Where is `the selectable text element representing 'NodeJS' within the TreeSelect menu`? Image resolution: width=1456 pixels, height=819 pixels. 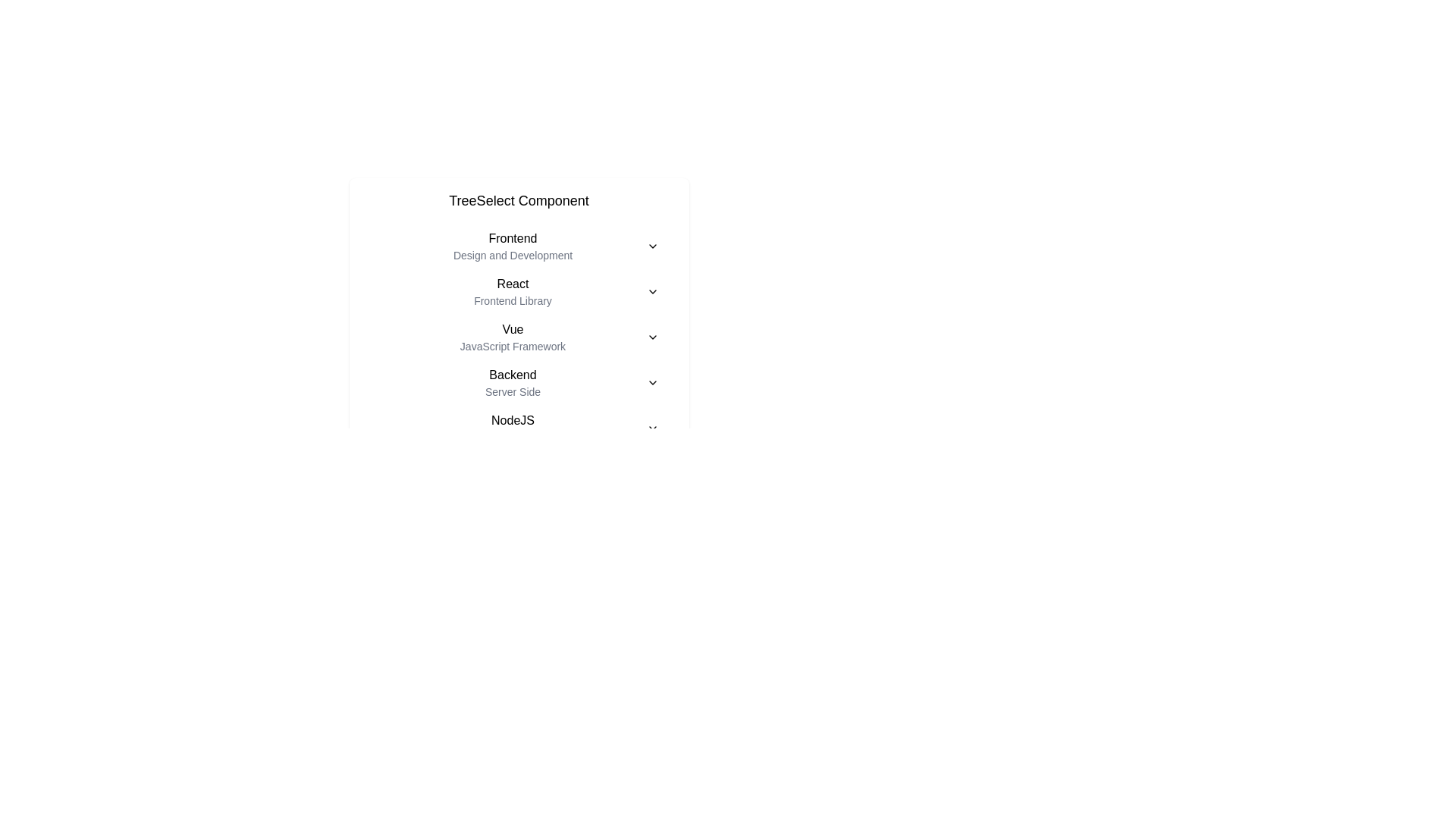 the selectable text element representing 'NodeJS' within the TreeSelect menu is located at coordinates (513, 428).